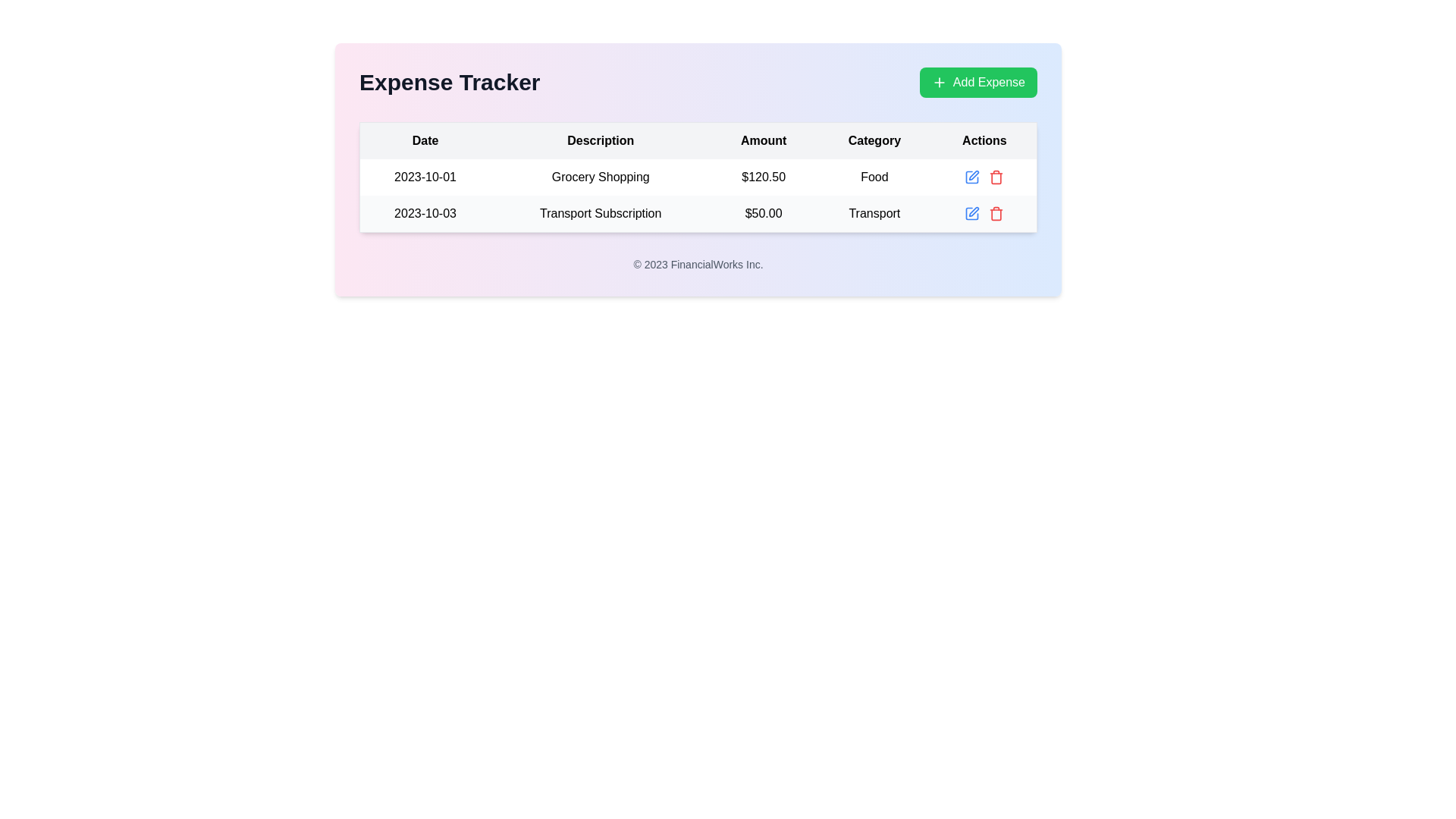  What do you see at coordinates (698, 213) in the screenshot?
I see `the second row of the expense tracker table` at bounding box center [698, 213].